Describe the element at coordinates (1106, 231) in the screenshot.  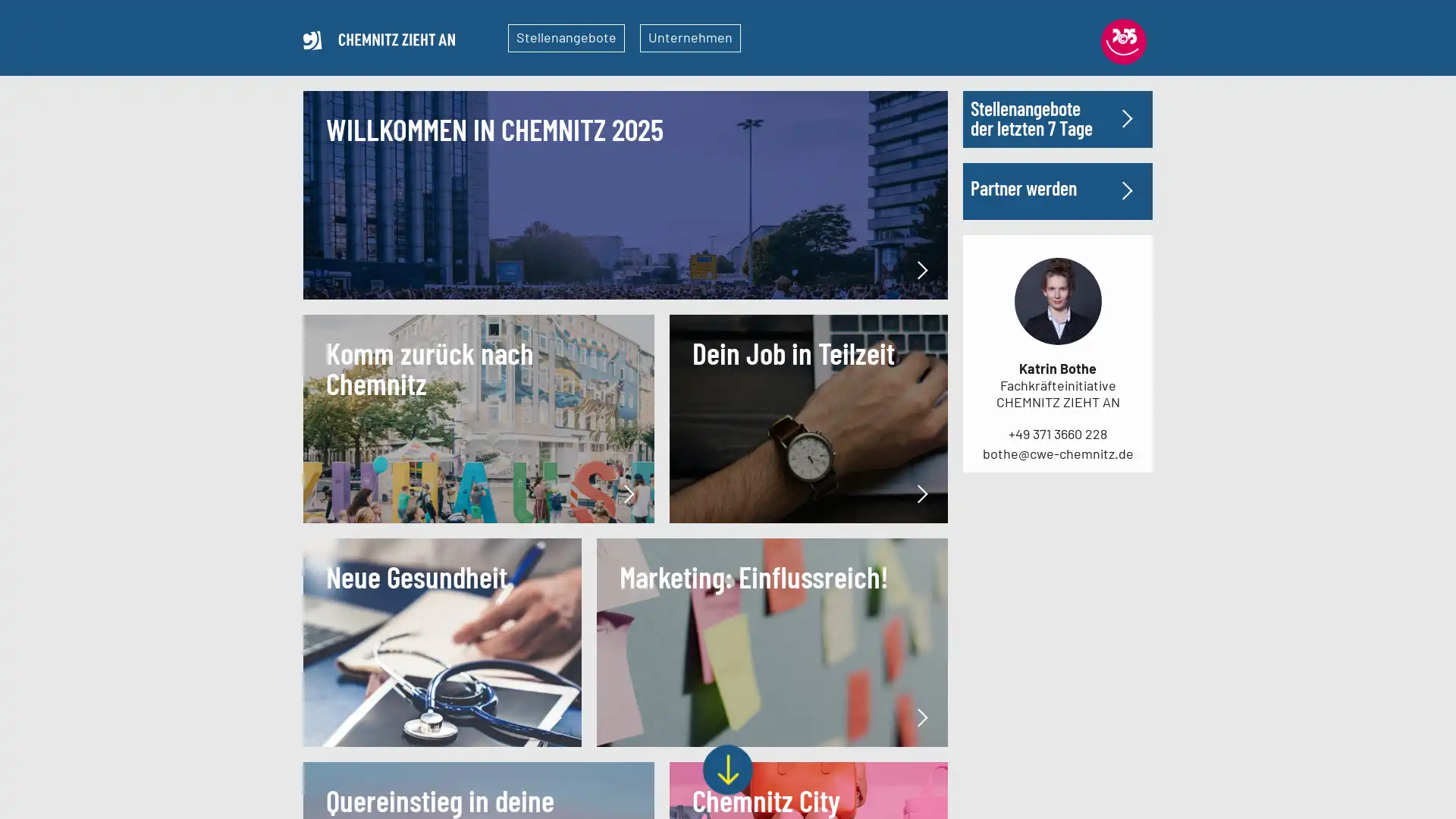
I see `Suchen` at that location.